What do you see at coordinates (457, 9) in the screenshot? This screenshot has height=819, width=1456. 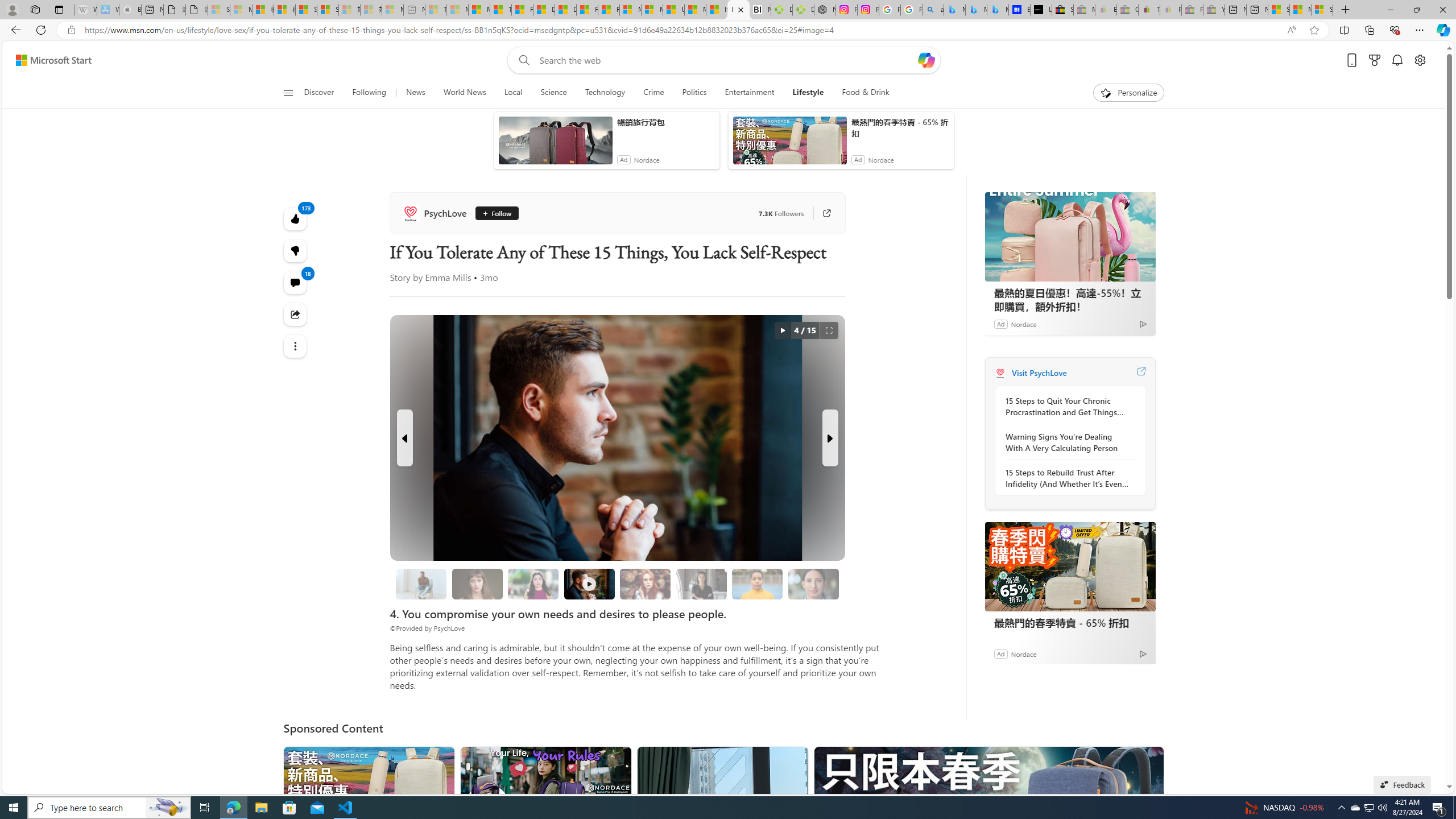 I see `'Marine life - MSN - Sleeping'` at bounding box center [457, 9].